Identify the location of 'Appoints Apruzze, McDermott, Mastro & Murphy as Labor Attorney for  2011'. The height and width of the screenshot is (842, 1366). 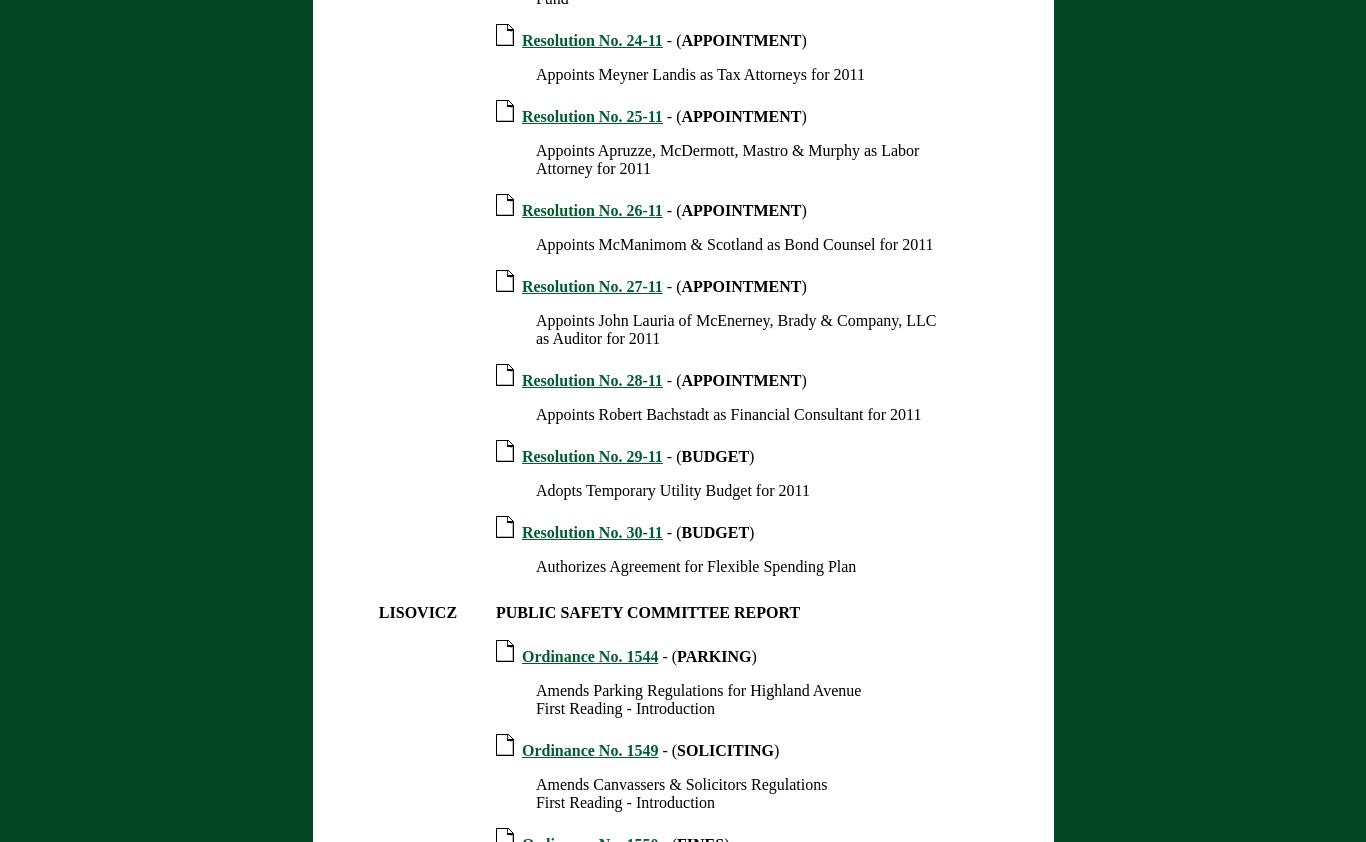
(726, 158).